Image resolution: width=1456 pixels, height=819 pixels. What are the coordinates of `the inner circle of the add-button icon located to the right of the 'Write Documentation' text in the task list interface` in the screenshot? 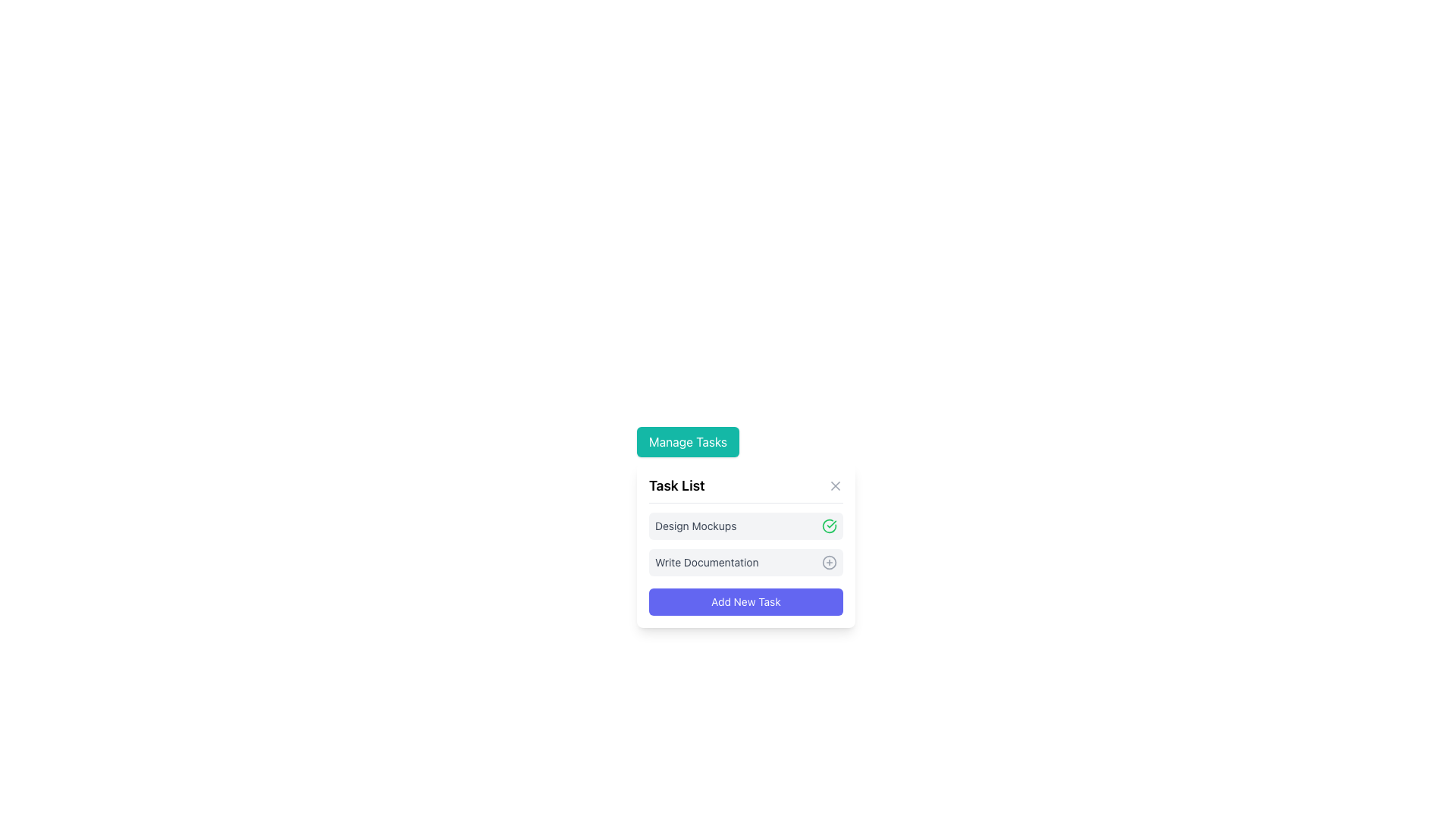 It's located at (829, 562).